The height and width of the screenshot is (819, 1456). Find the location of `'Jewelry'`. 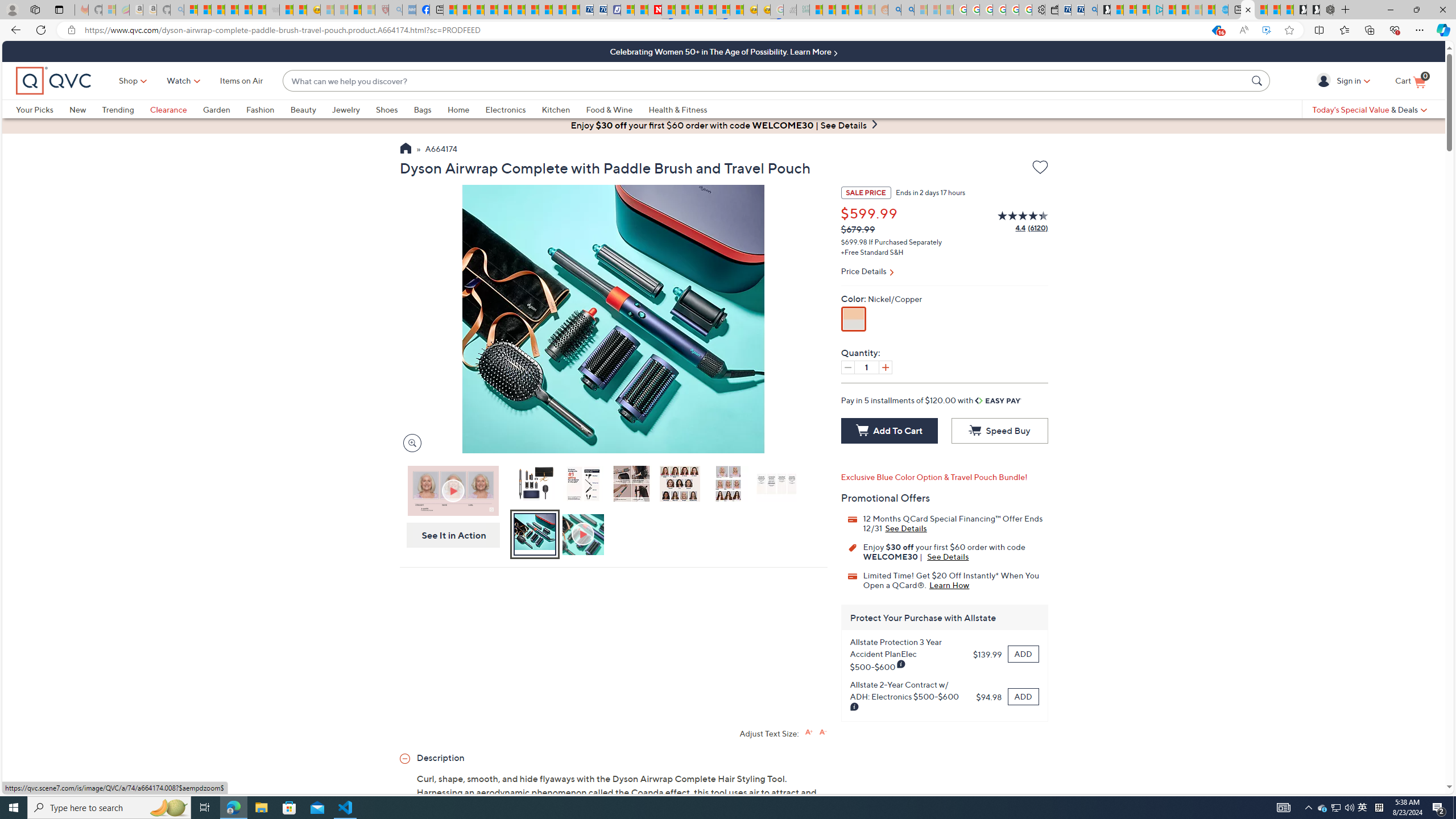

'Jewelry' is located at coordinates (345, 109).